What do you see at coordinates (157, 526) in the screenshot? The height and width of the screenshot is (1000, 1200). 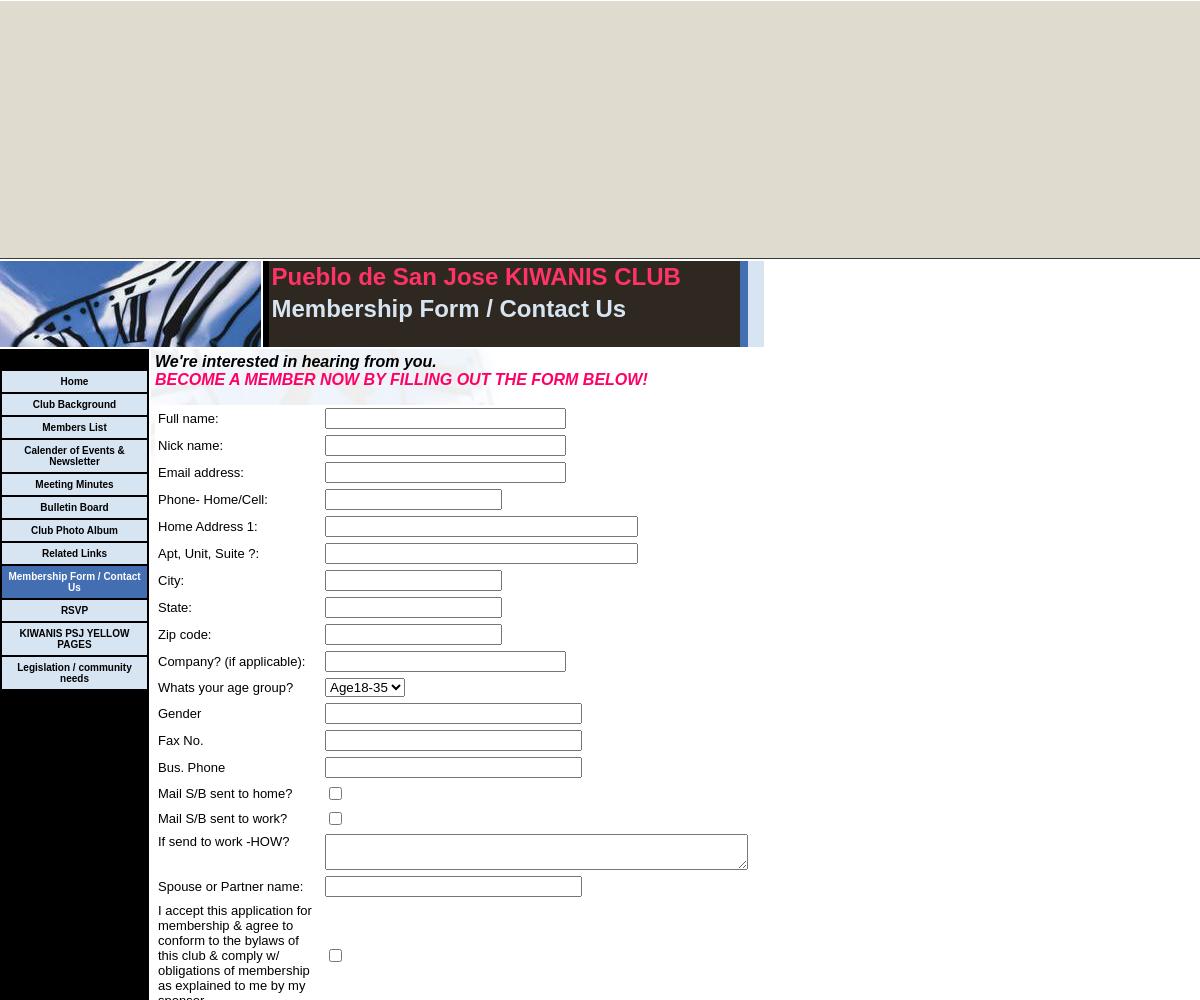 I see `'Home Address 1:'` at bounding box center [157, 526].